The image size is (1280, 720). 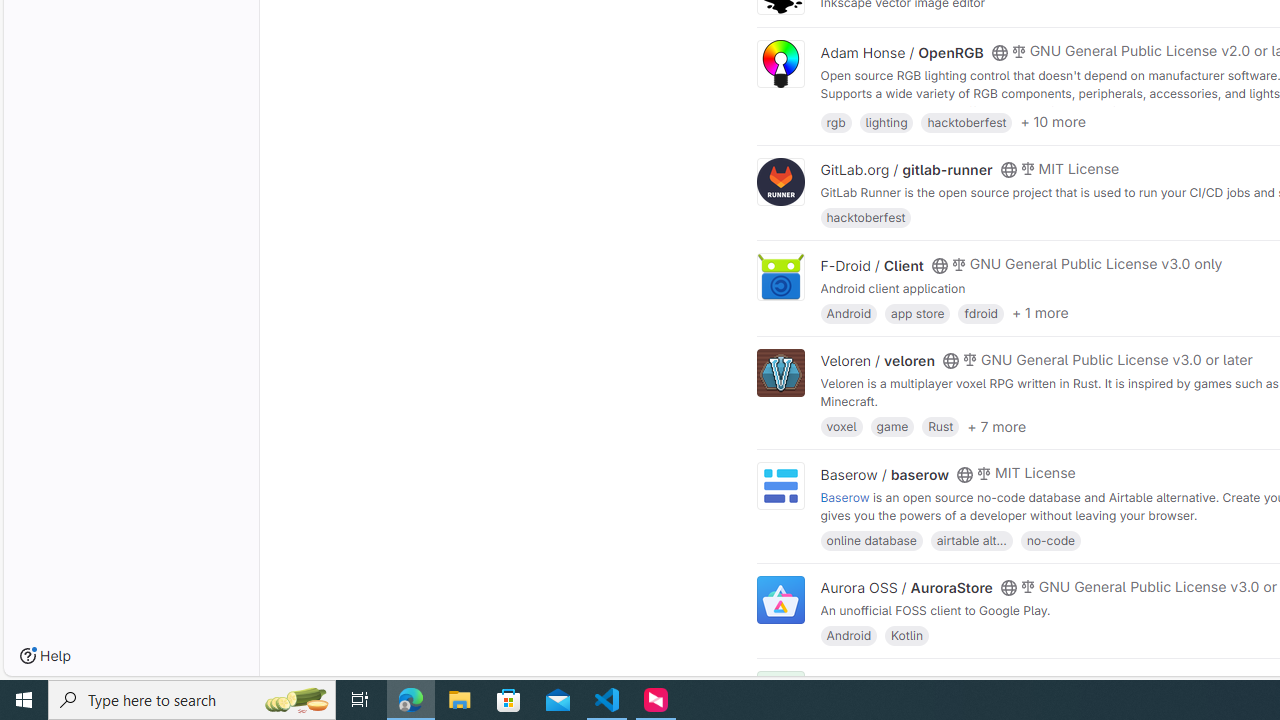 I want to click on '+ 1 more', so click(x=1040, y=313).